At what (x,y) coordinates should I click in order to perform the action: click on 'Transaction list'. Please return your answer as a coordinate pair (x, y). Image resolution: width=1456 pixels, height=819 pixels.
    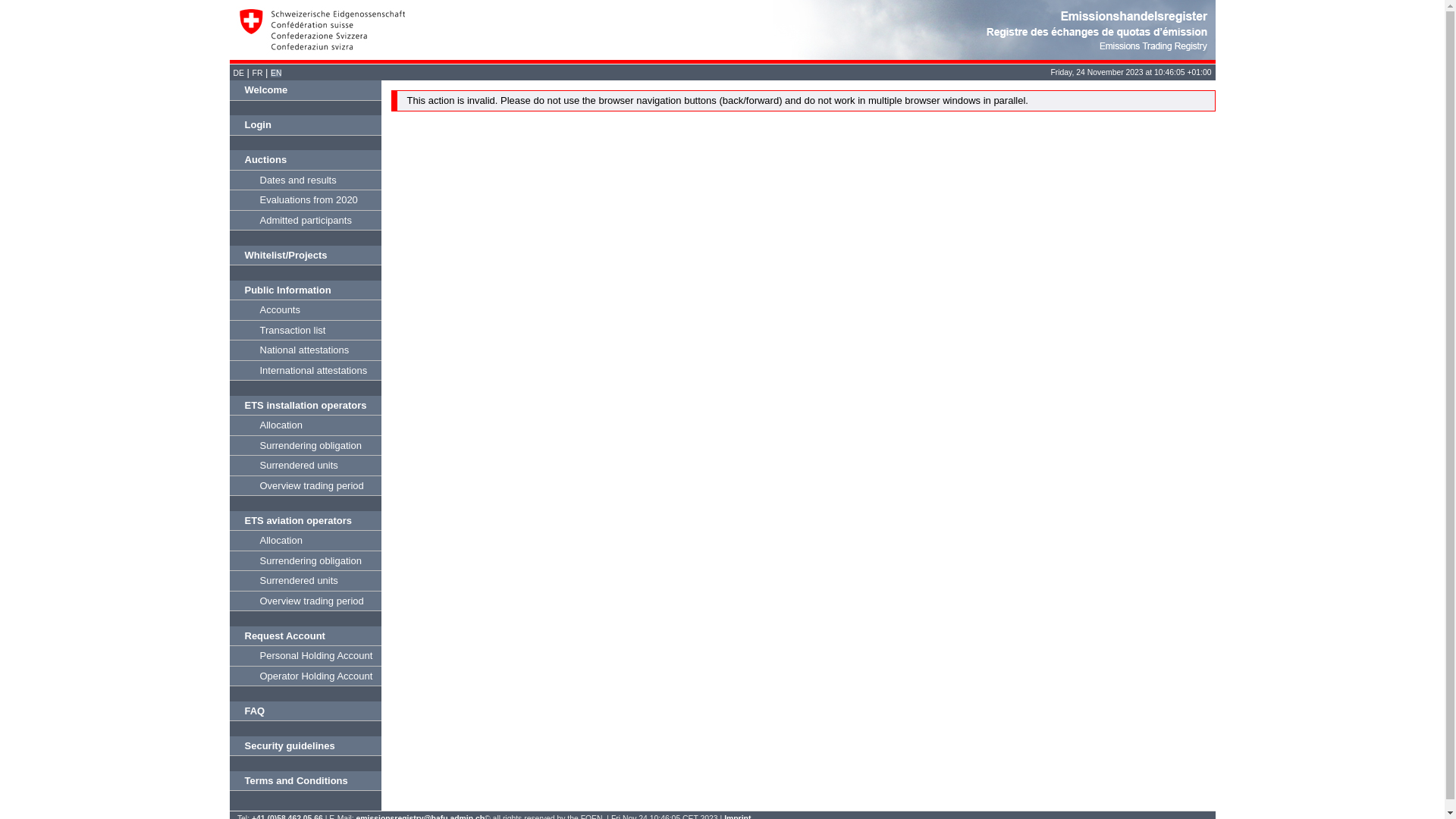
    Looking at the image, I should click on (304, 329).